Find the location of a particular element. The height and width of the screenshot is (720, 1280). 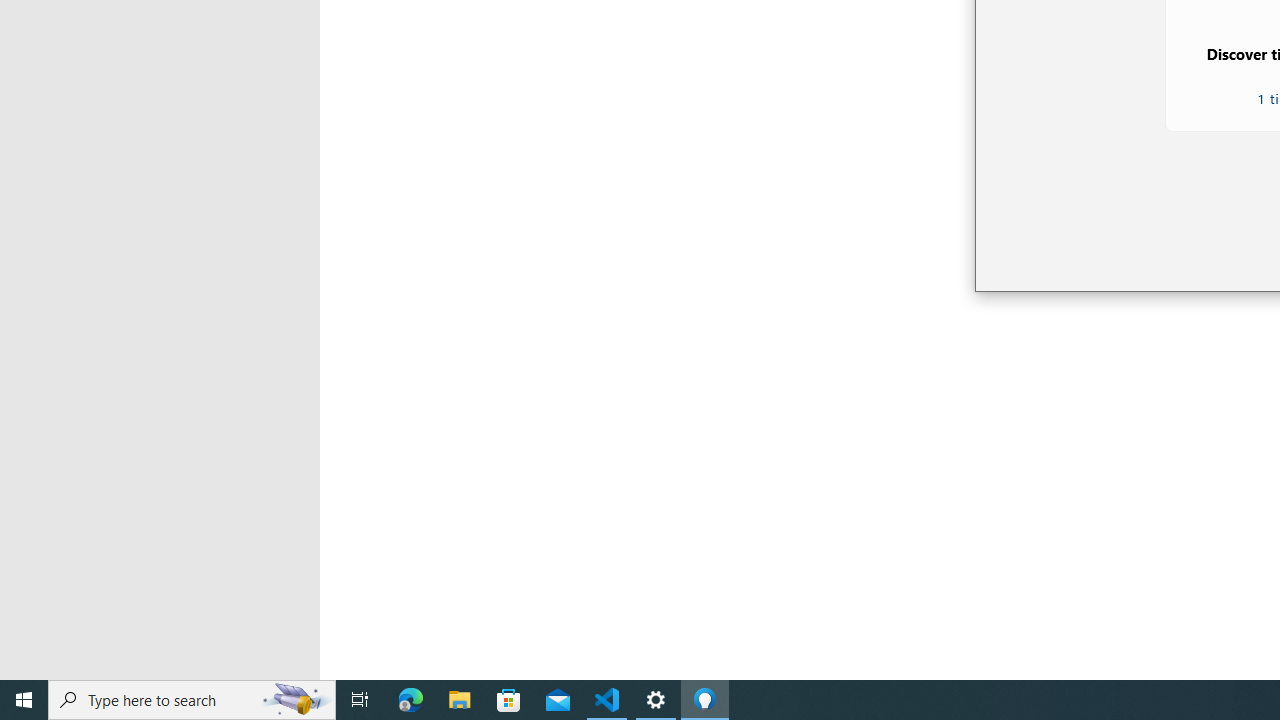

'Type here to search' is located at coordinates (192, 698).